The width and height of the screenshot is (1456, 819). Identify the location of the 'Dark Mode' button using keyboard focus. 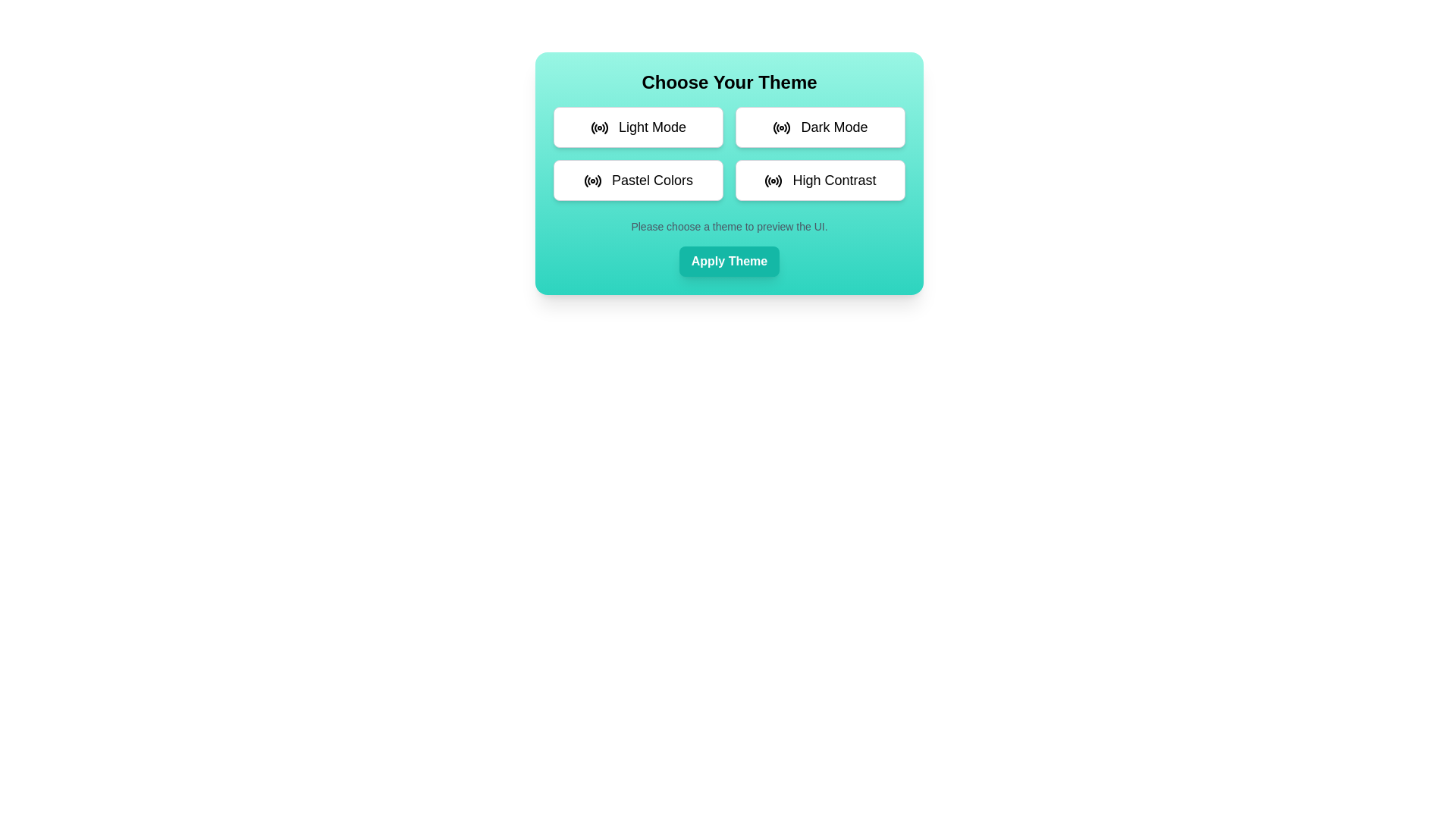
(819, 127).